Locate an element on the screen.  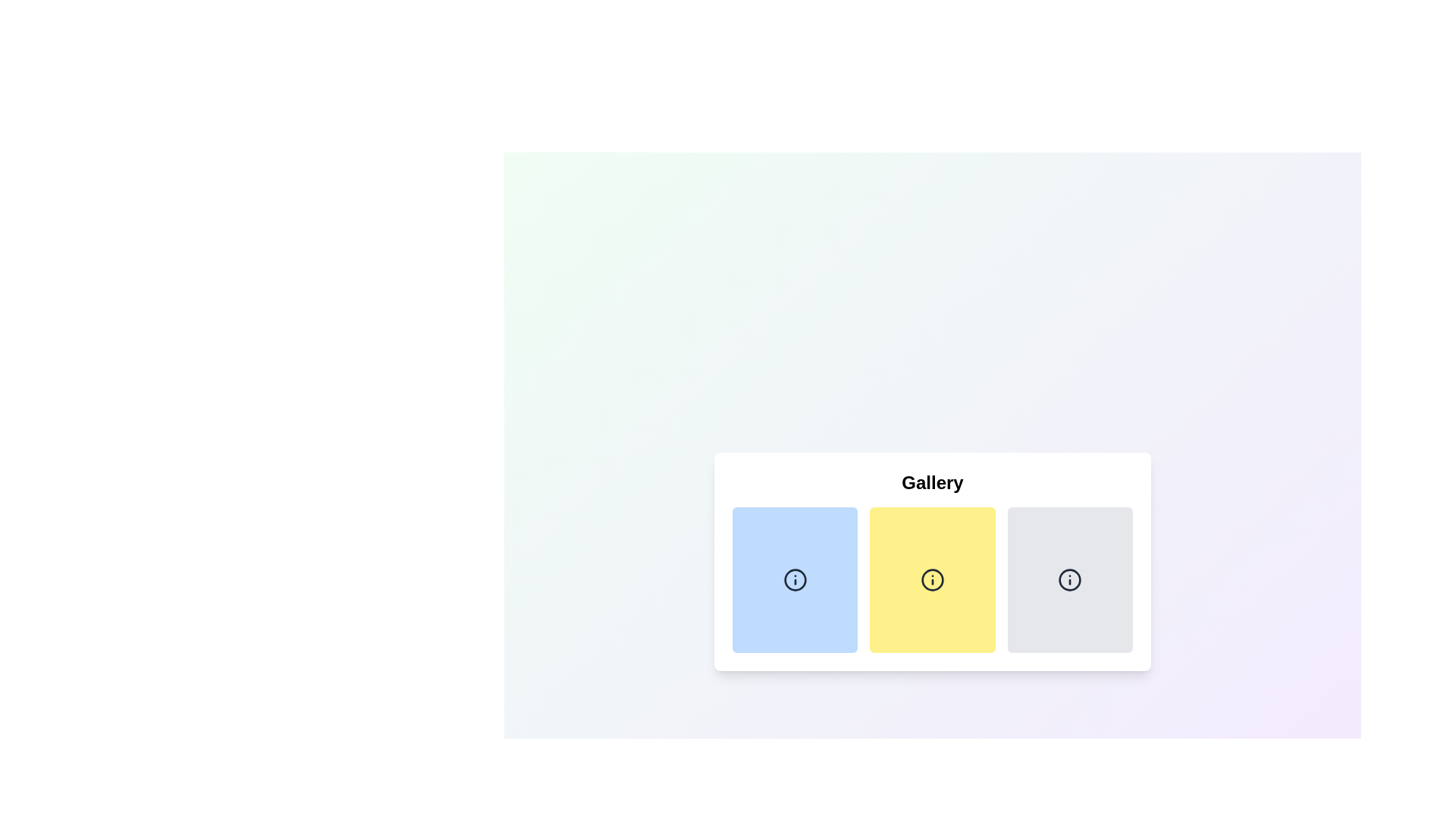
the circular graphical item in the SVG located inside the blue card in the gallery section, which is the first card from left to right among three cards is located at coordinates (794, 579).